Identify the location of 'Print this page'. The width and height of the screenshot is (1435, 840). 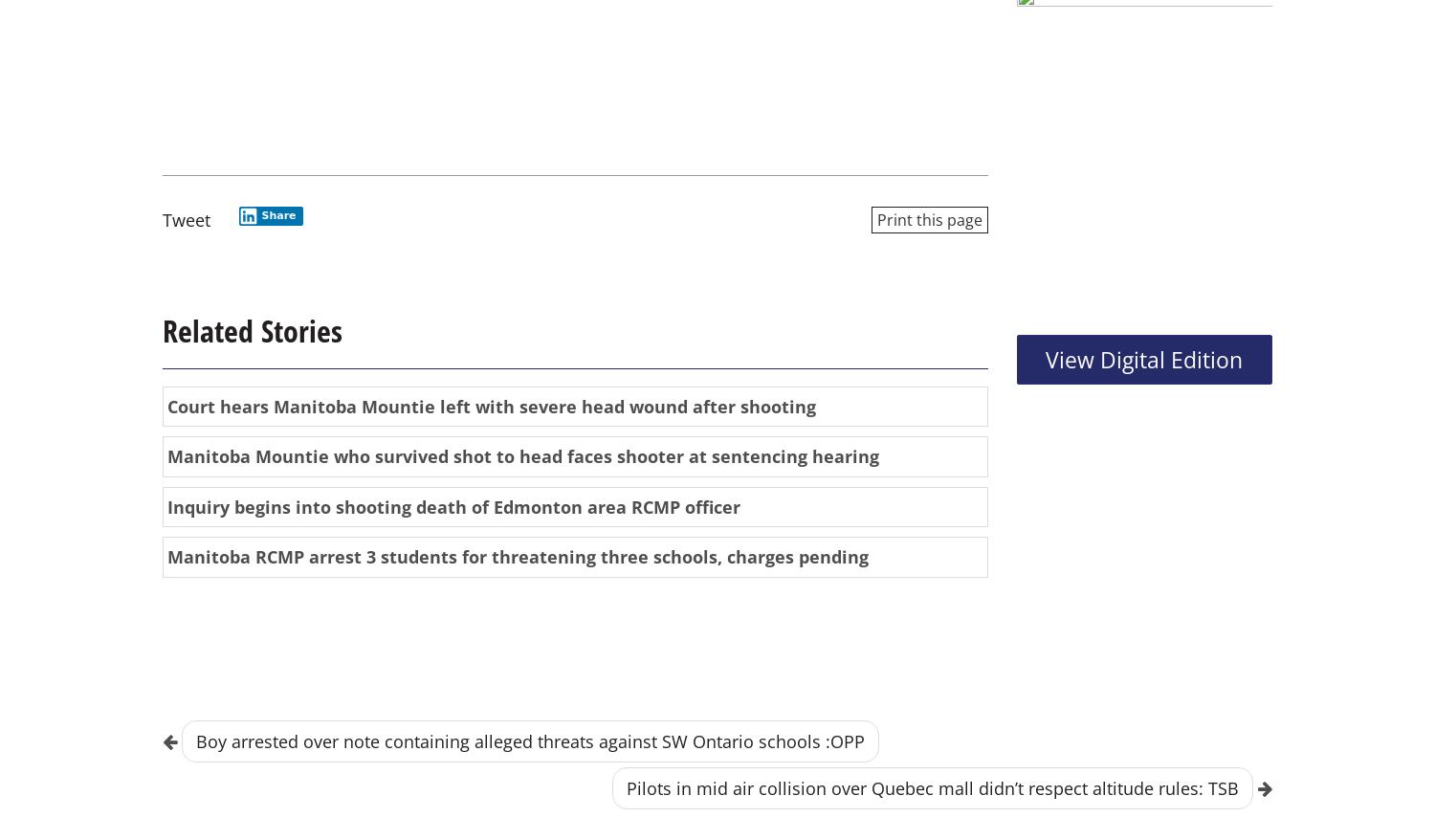
(927, 218).